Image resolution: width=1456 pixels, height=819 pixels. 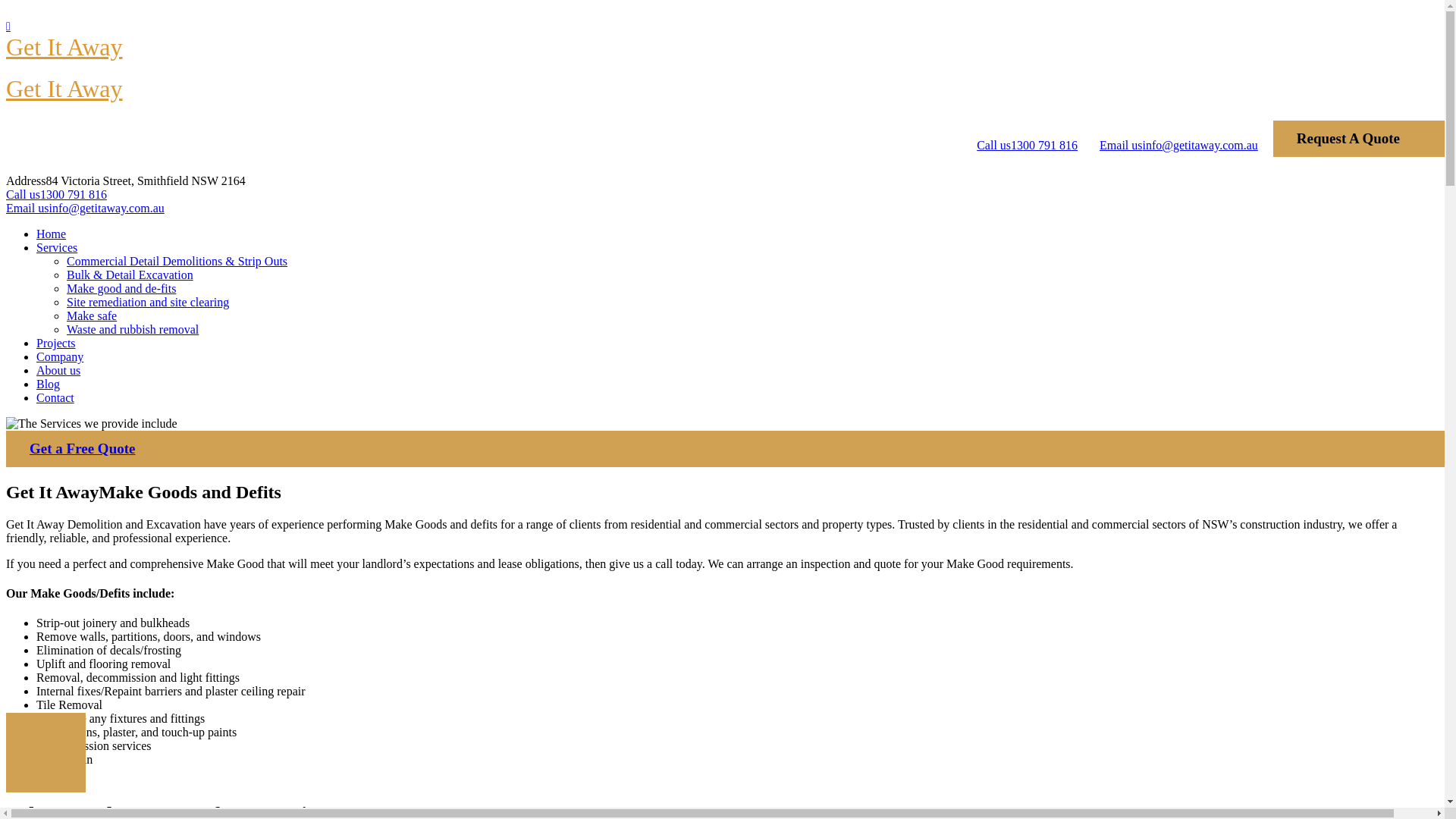 I want to click on 'Make safe', so click(x=65, y=315).